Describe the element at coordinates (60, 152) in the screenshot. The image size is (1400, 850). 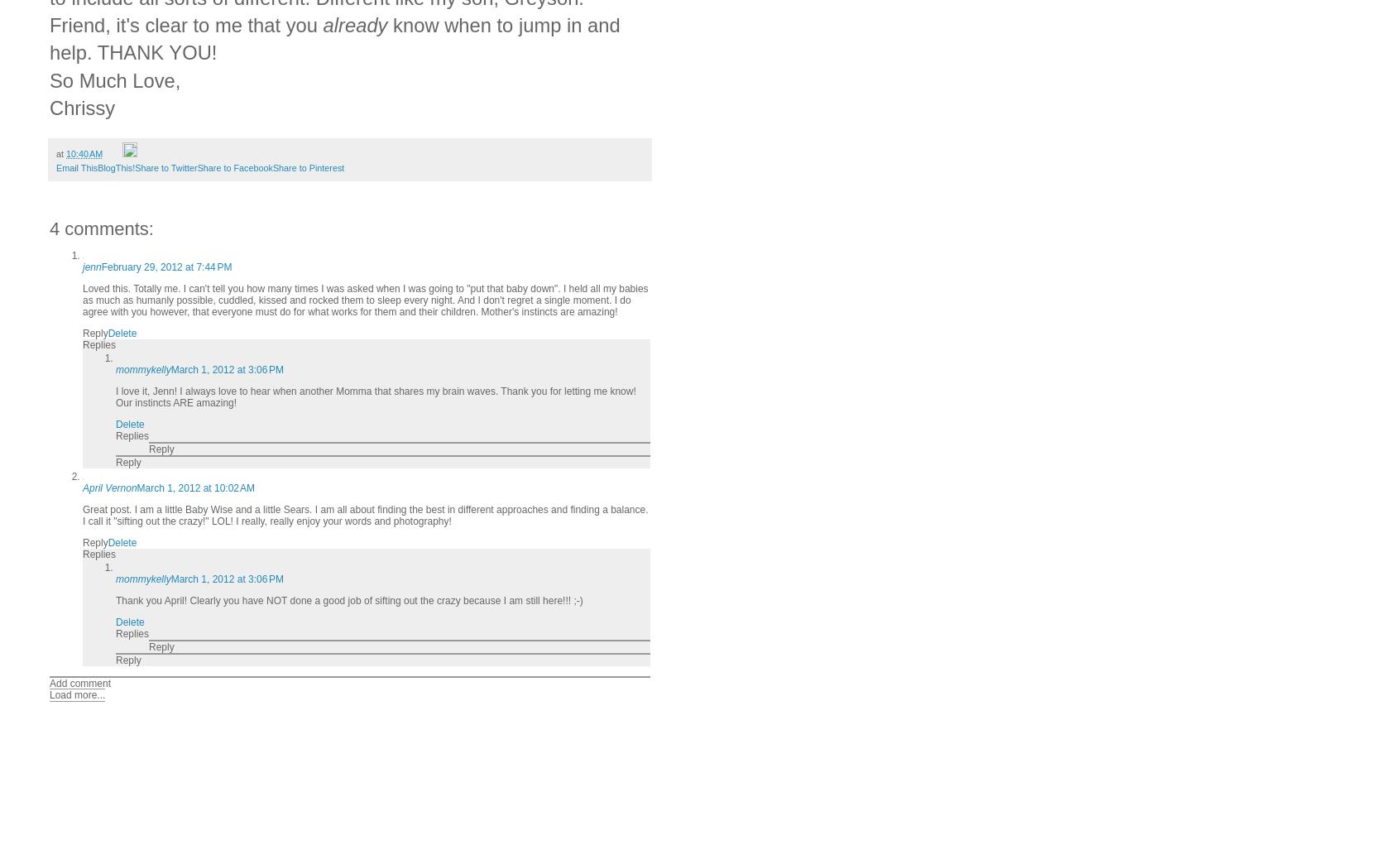
I see `'at'` at that location.